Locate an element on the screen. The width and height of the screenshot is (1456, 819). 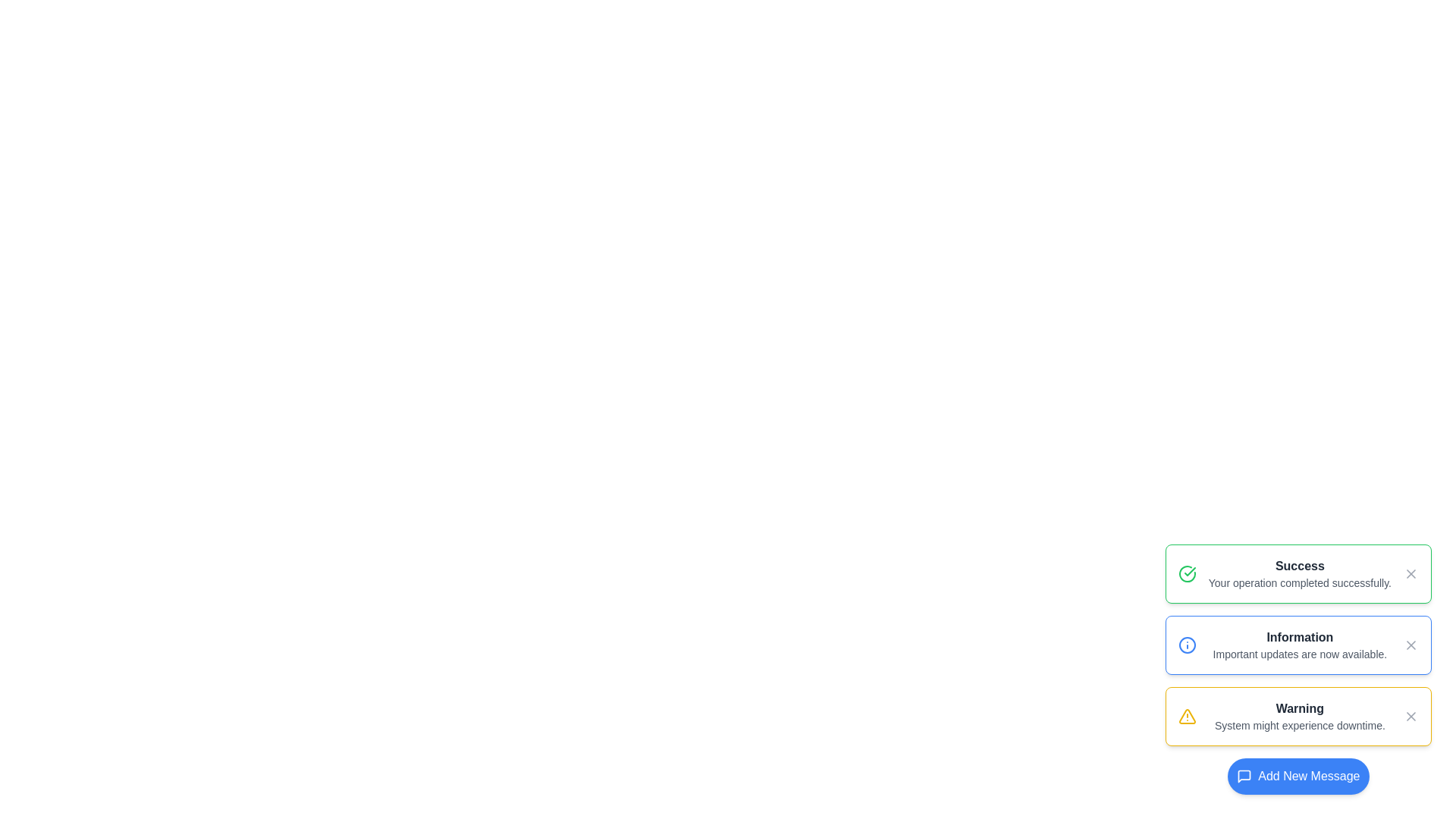
the text element that provides a detailed description of the success message, positioned below the 'Success' heading within the notification card is located at coordinates (1299, 582).